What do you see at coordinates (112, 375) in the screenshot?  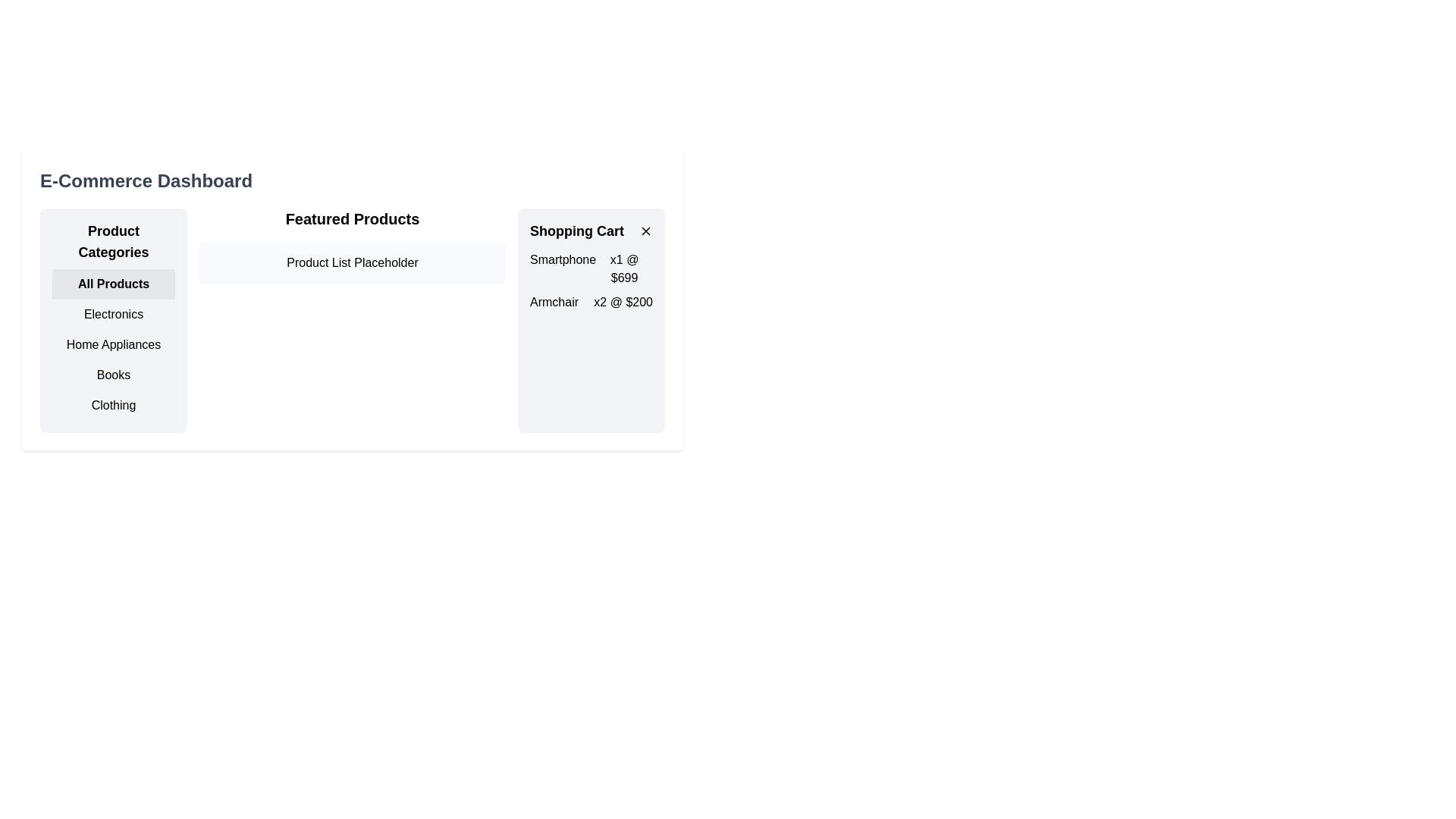 I see `the 'Books' button located in the 'Product Categories' sidebar` at bounding box center [112, 375].